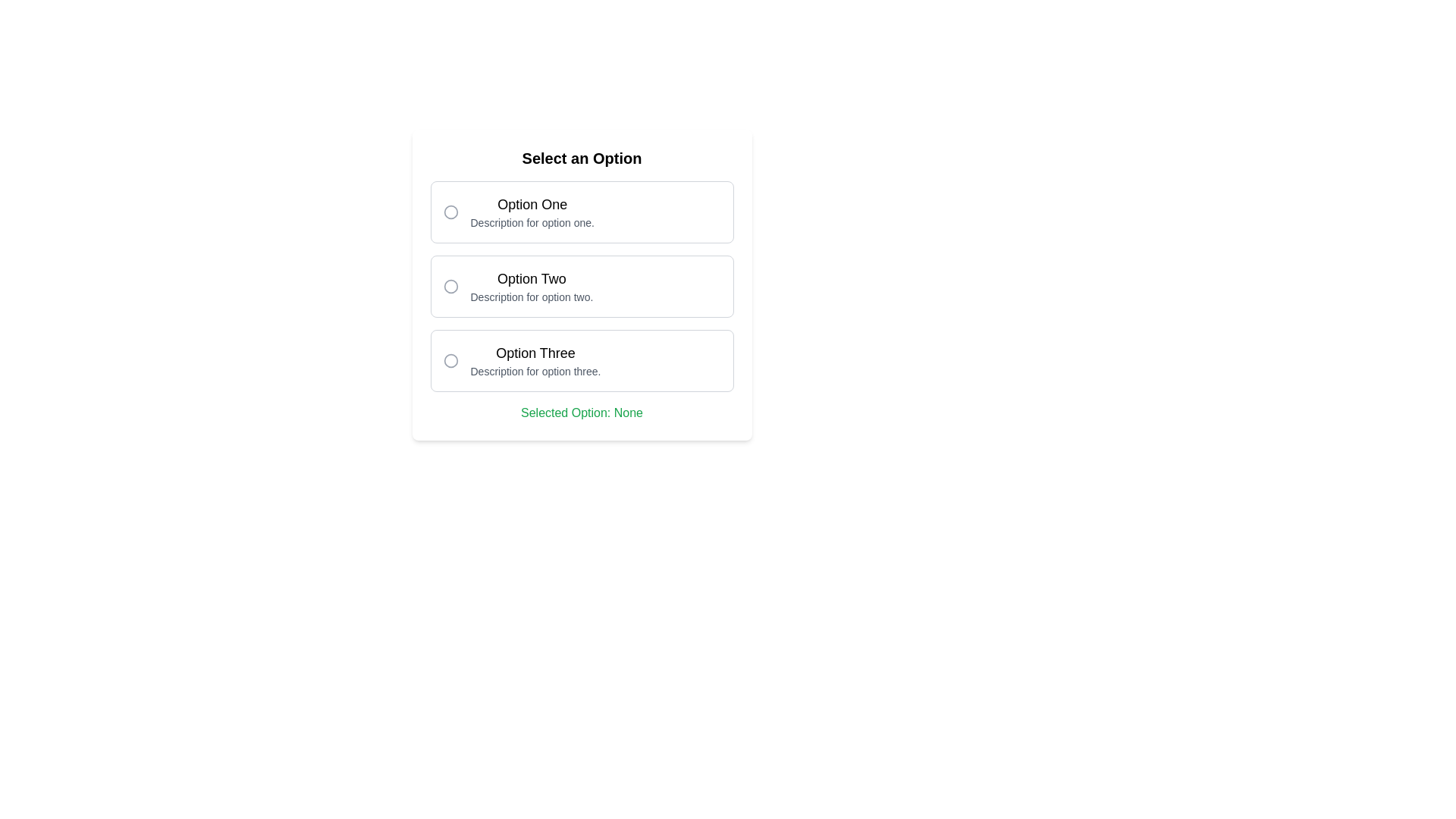 The image size is (1456, 819). I want to click on the gray circular icon resembling an unselected radio button located to the left of the text 'Option Three', so click(450, 360).